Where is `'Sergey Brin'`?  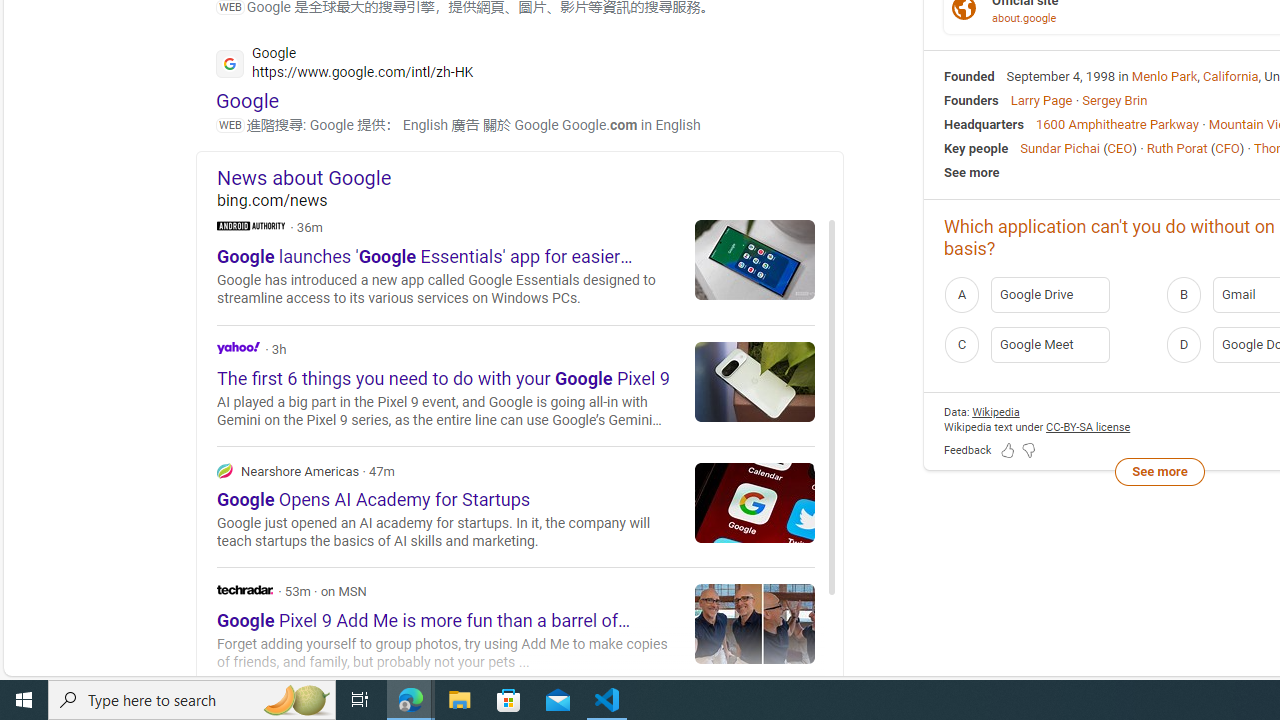 'Sergey Brin' is located at coordinates (1113, 100).